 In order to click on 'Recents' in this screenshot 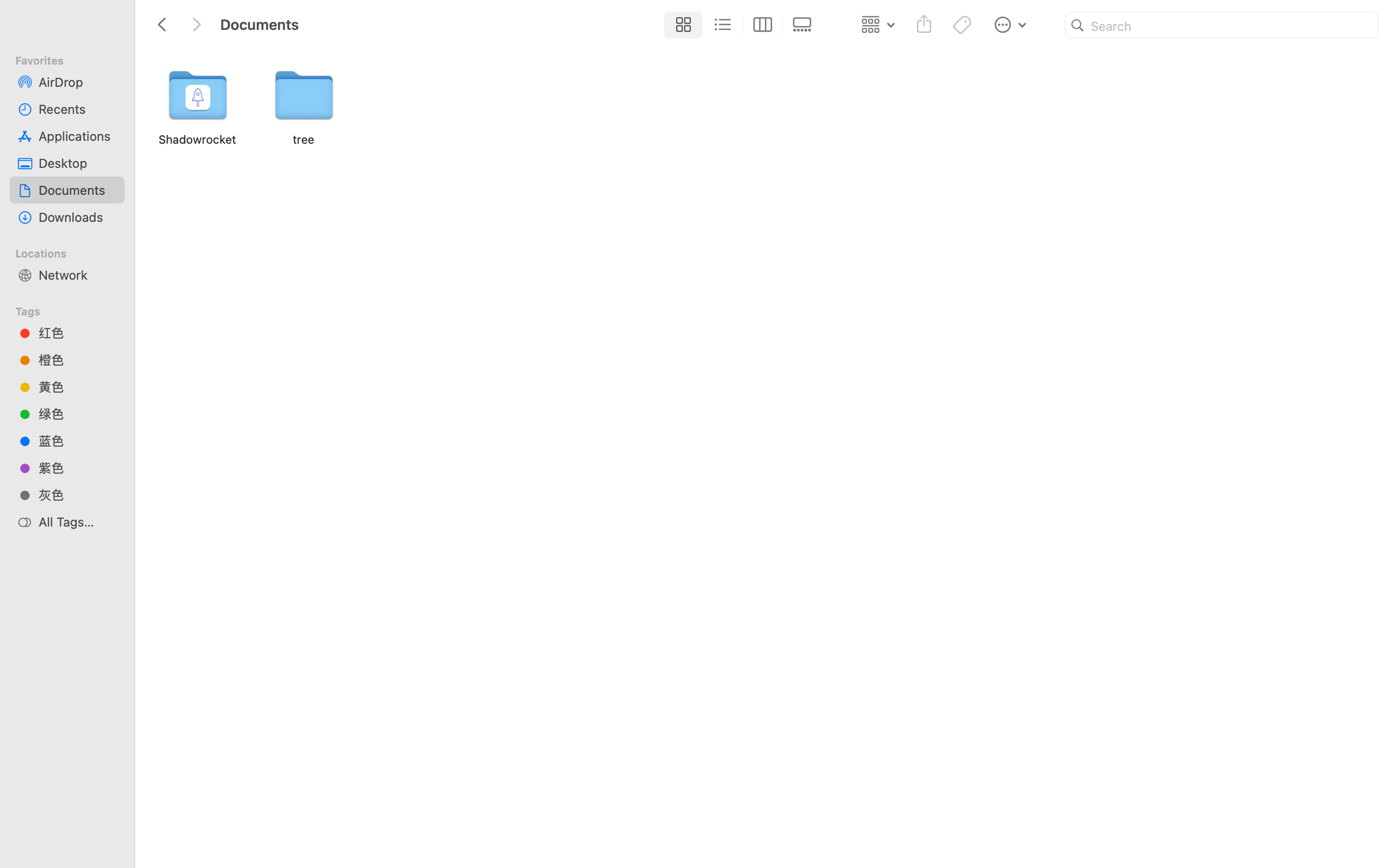, I will do `click(77, 109)`.